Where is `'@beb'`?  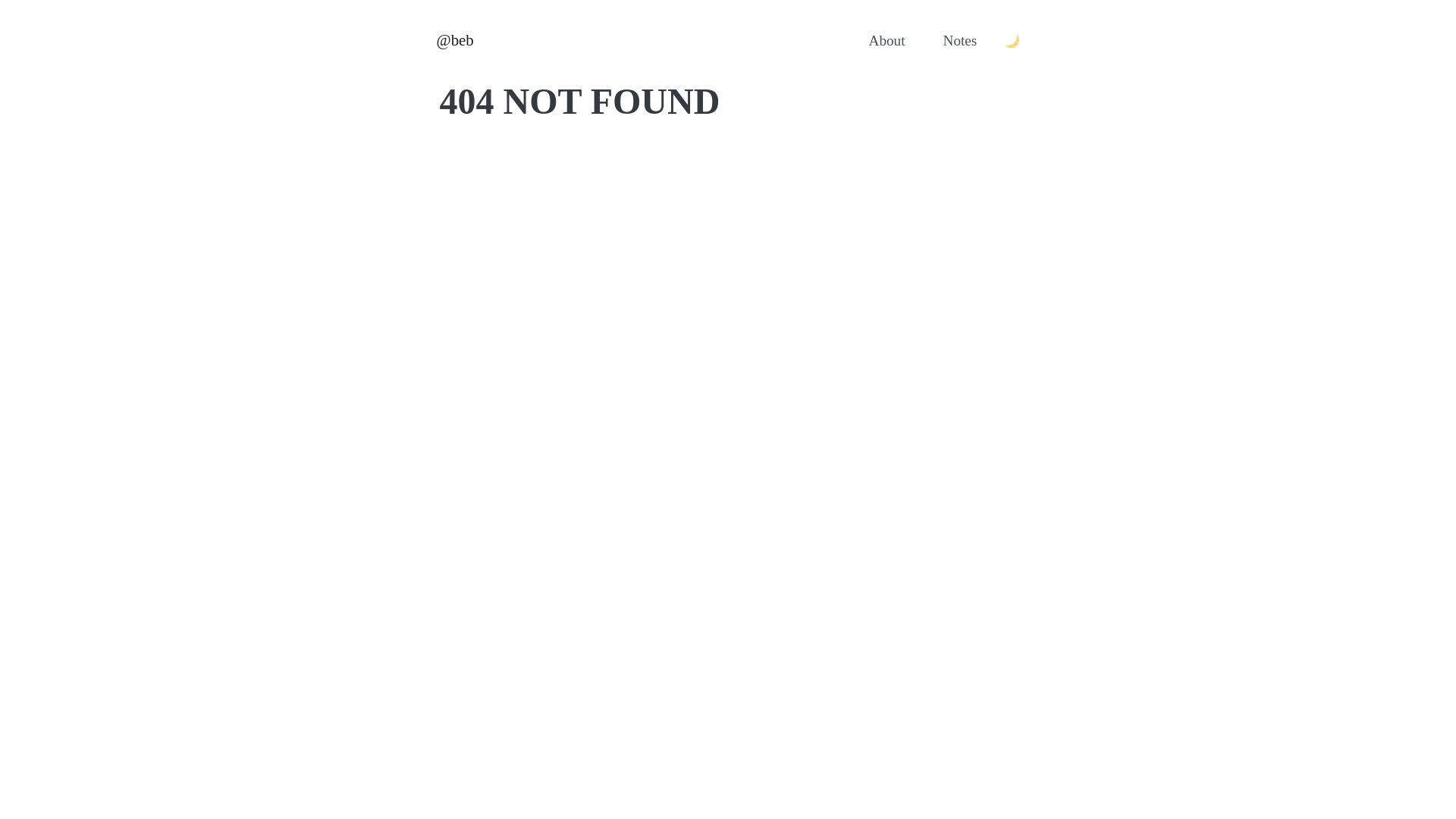
'@beb' is located at coordinates (454, 39).